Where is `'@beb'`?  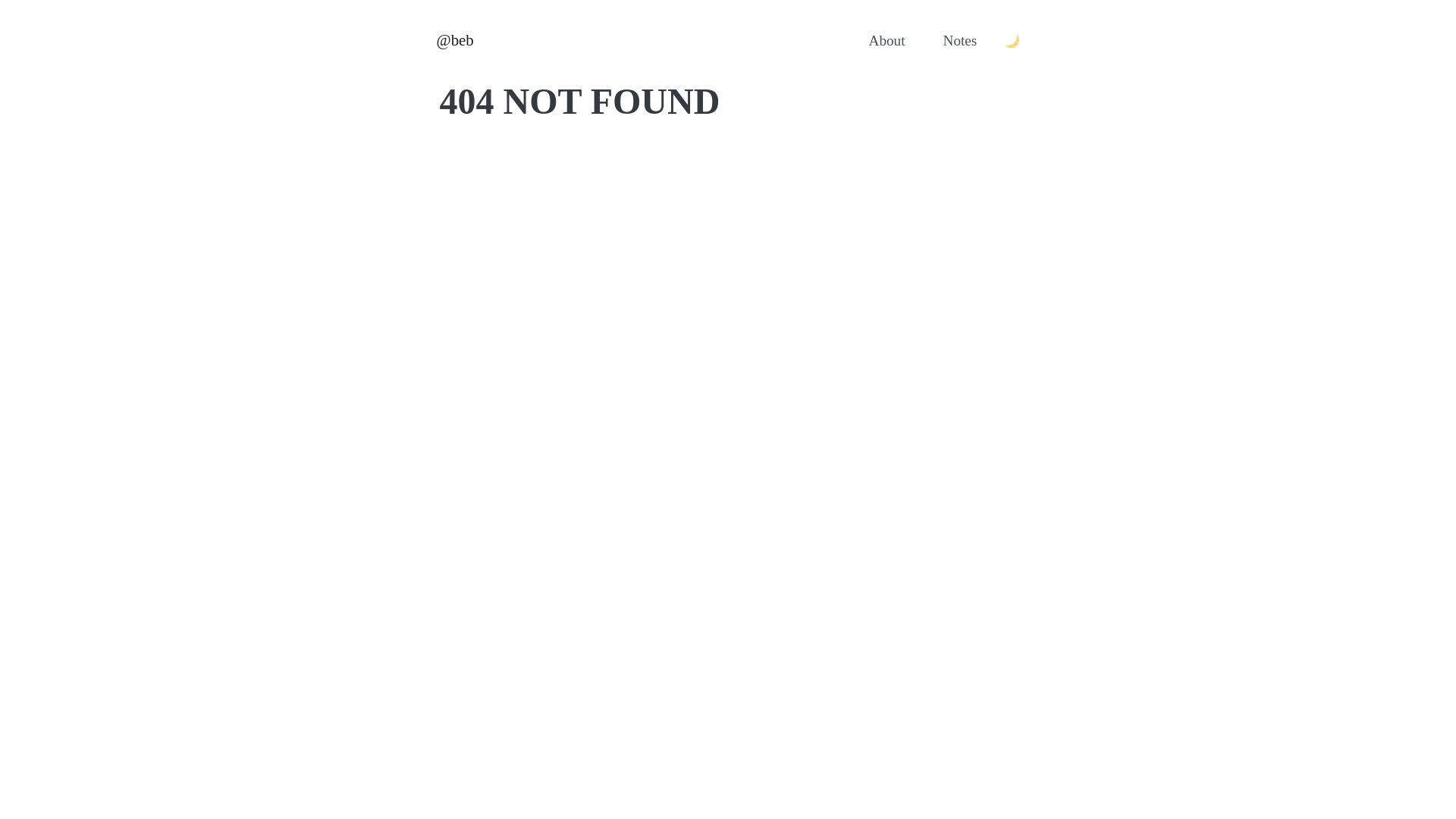
'@beb' is located at coordinates (454, 39).